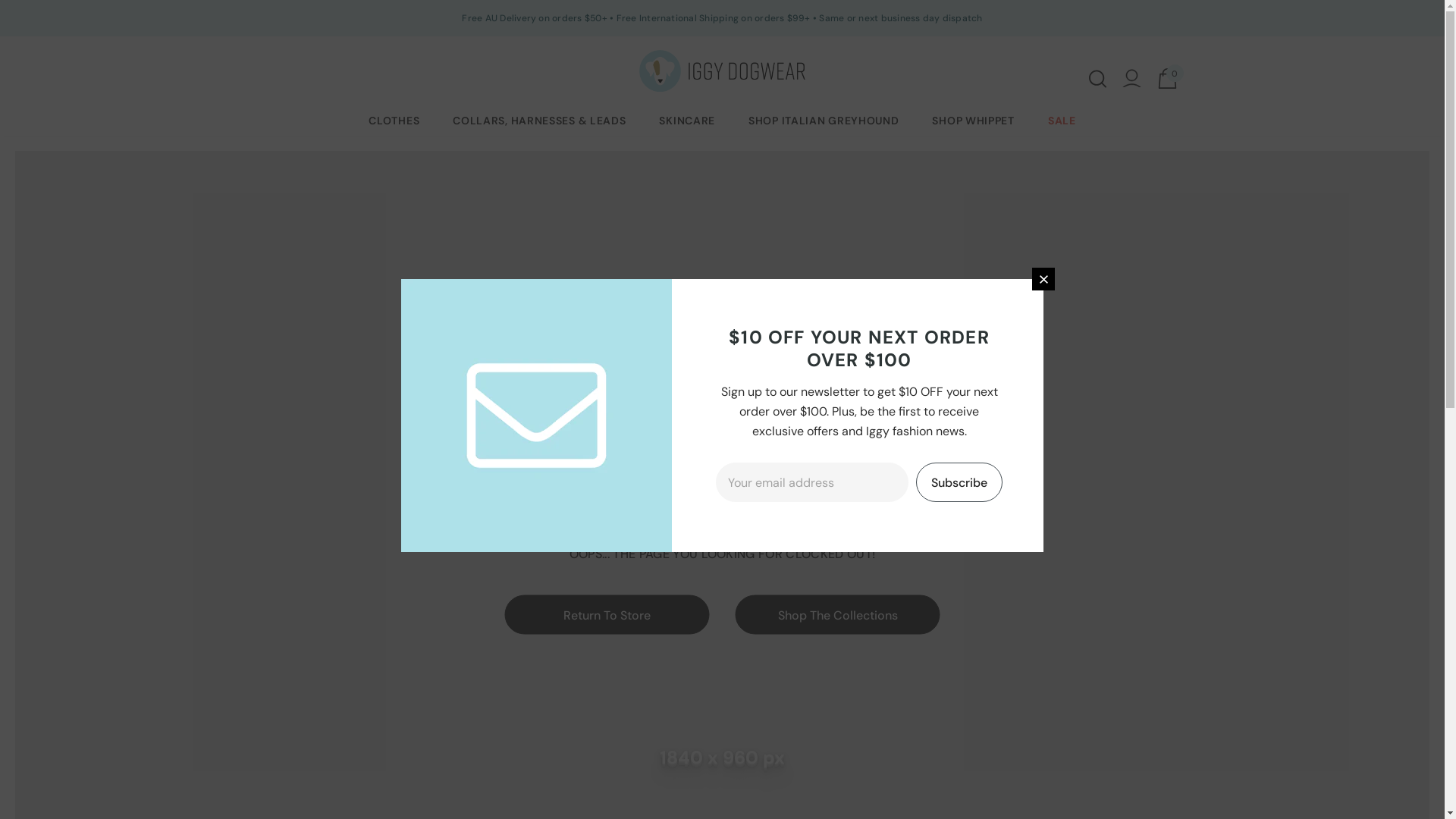  Describe the element at coordinates (836, 614) in the screenshot. I see `'Shop The Collections'` at that location.